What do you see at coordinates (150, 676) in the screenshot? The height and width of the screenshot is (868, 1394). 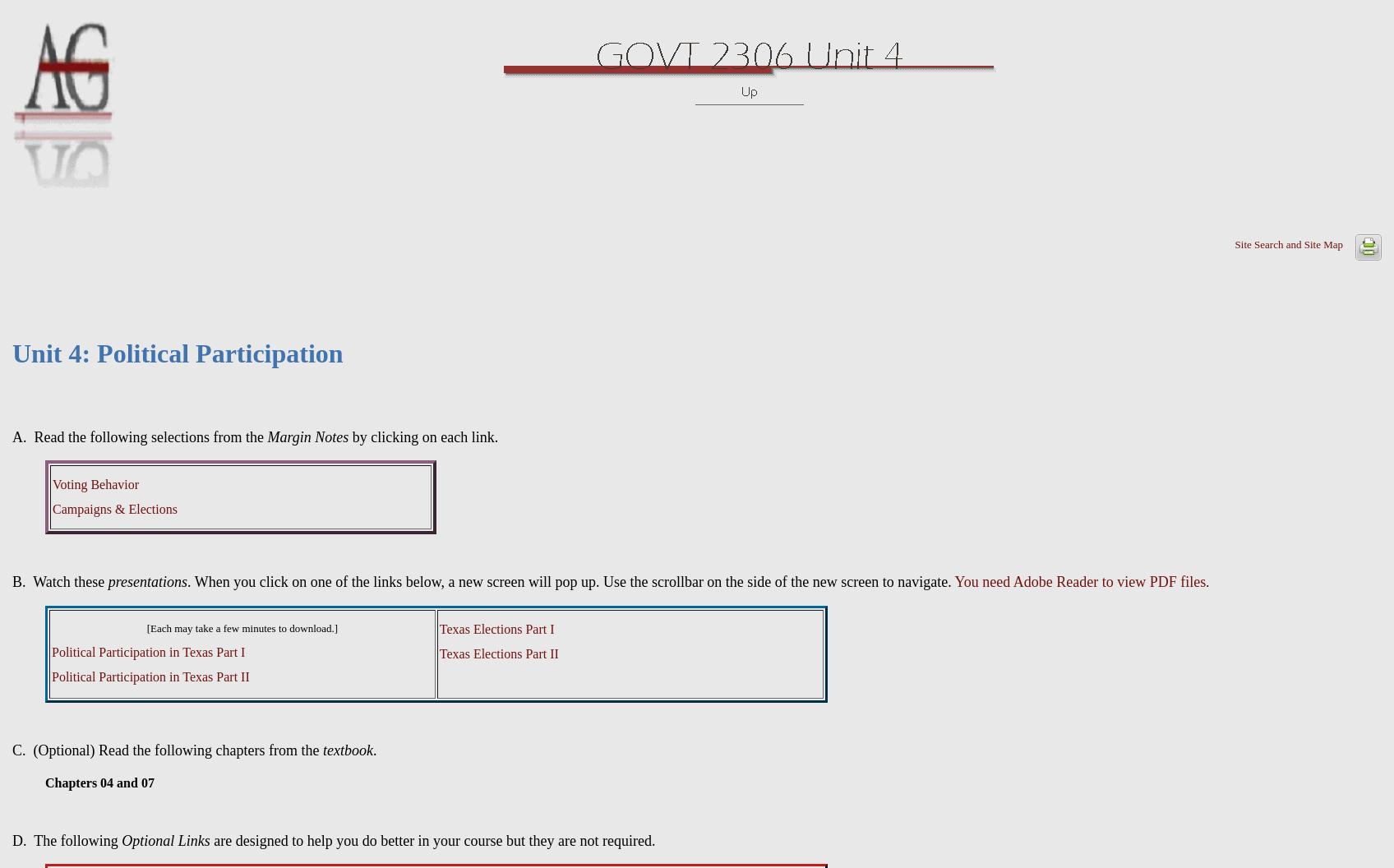 I see `'Political Participation 
in Texas Part II'` at bounding box center [150, 676].